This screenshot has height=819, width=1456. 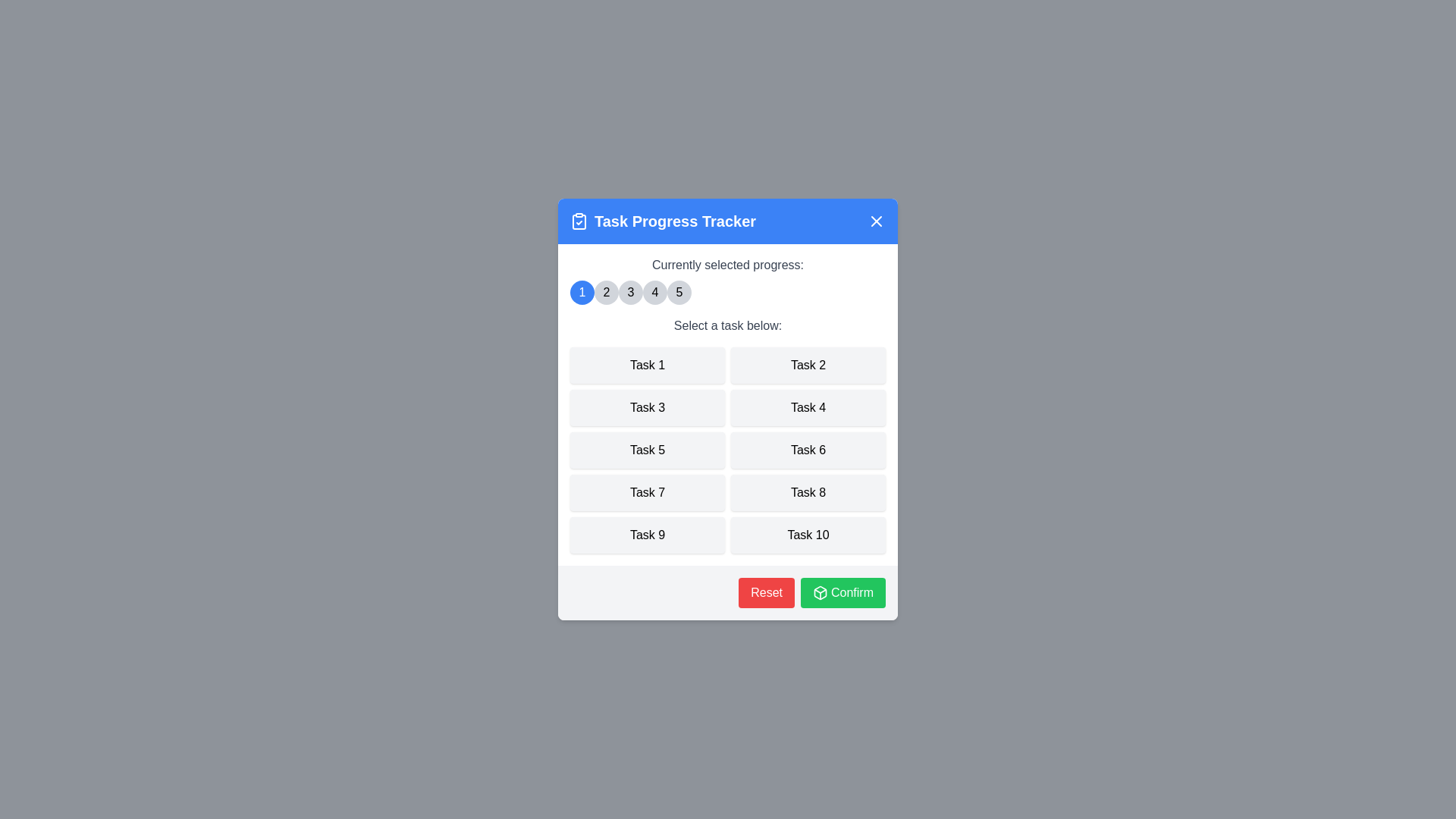 What do you see at coordinates (877, 221) in the screenshot?
I see `the close button to close the dialog` at bounding box center [877, 221].